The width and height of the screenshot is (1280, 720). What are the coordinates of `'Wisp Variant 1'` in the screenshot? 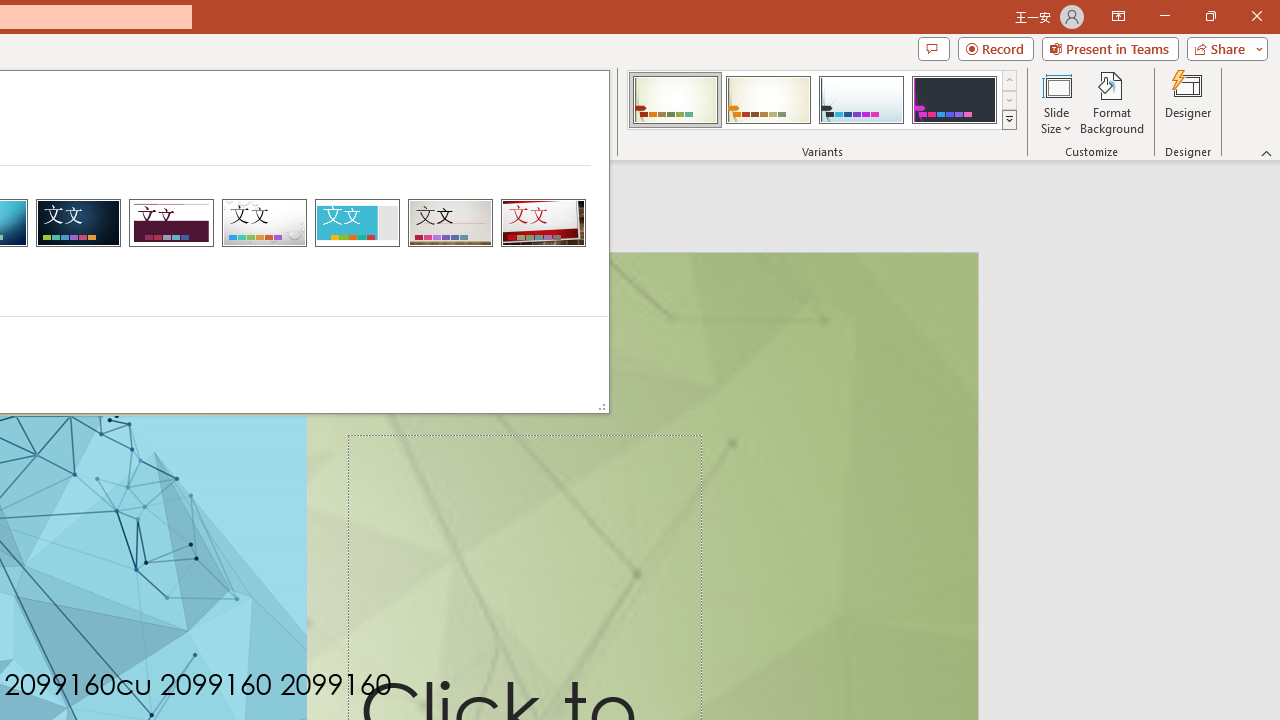 It's located at (675, 100).